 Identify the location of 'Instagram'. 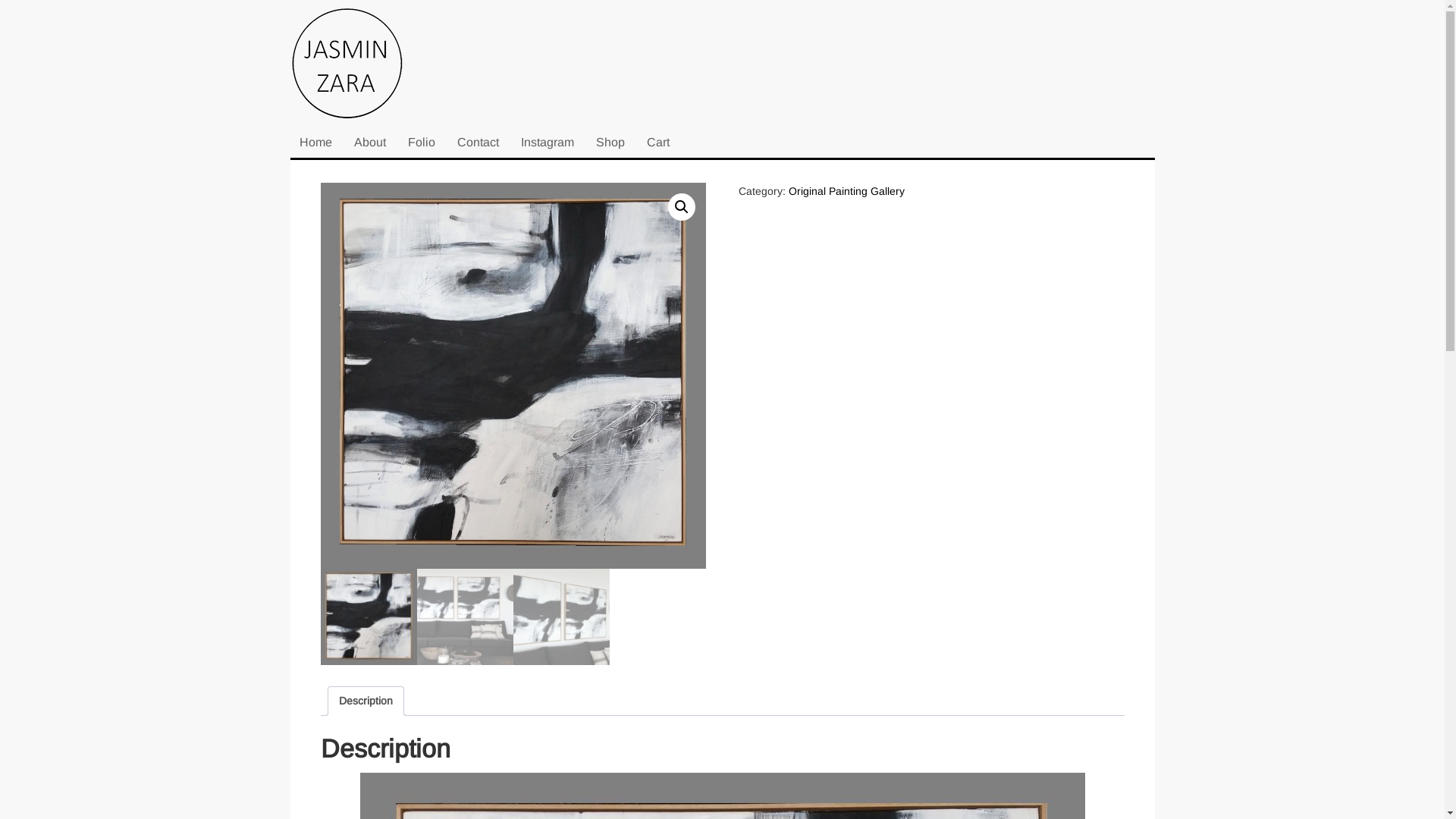
(546, 143).